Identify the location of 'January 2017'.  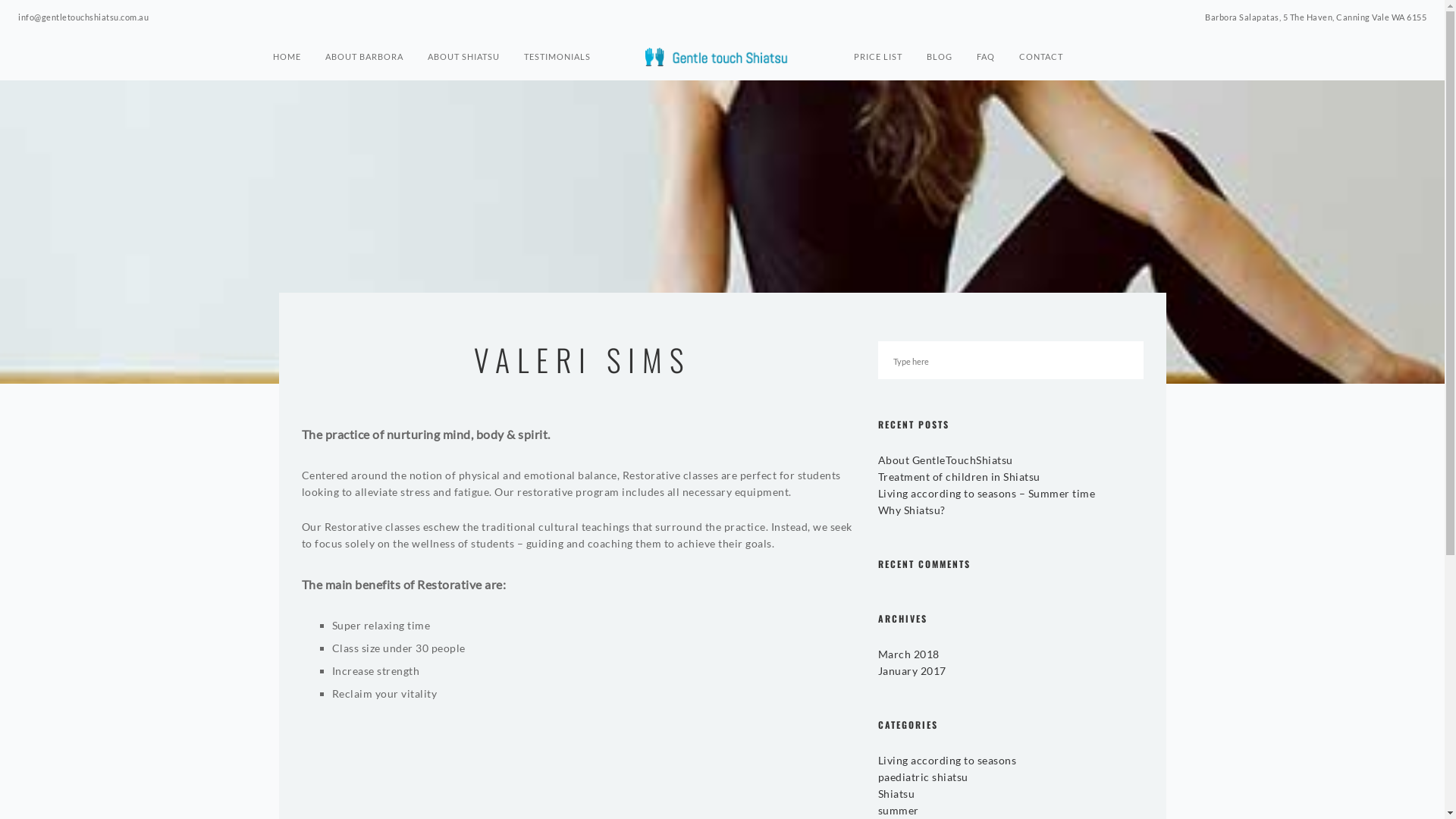
(912, 670).